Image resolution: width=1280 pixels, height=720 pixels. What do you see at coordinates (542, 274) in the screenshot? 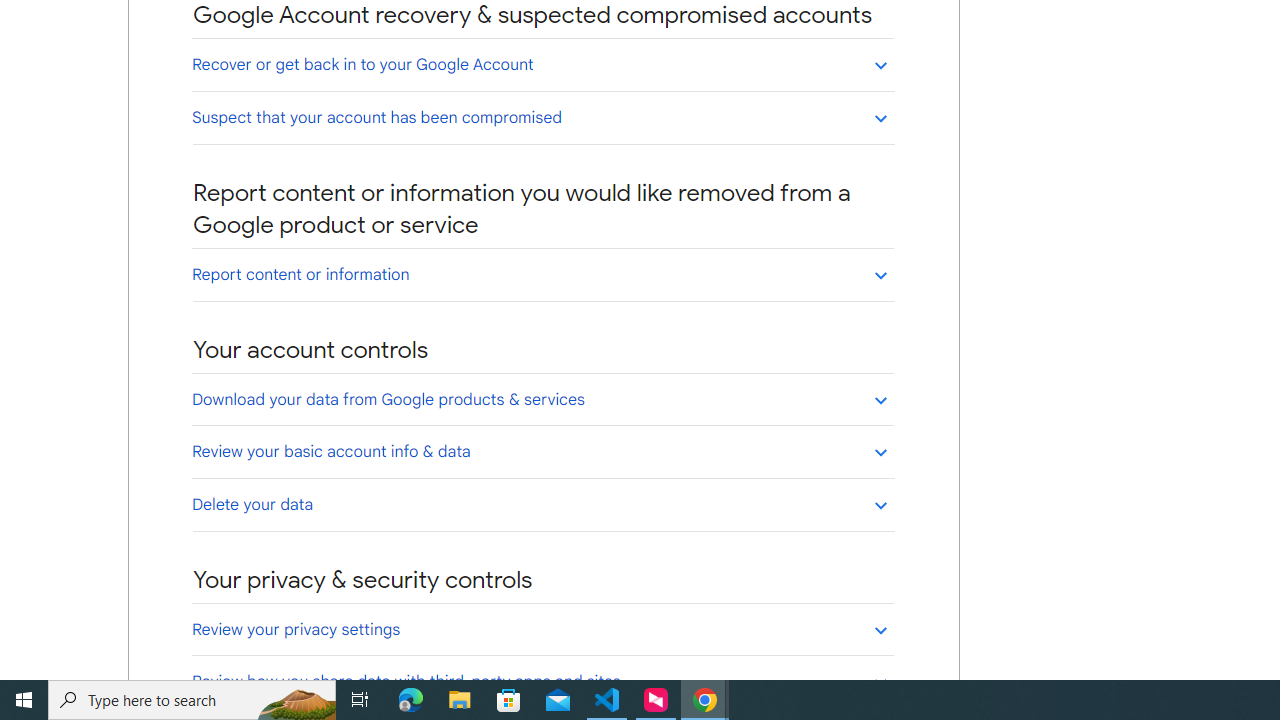
I see `'Report content or information'` at bounding box center [542, 274].